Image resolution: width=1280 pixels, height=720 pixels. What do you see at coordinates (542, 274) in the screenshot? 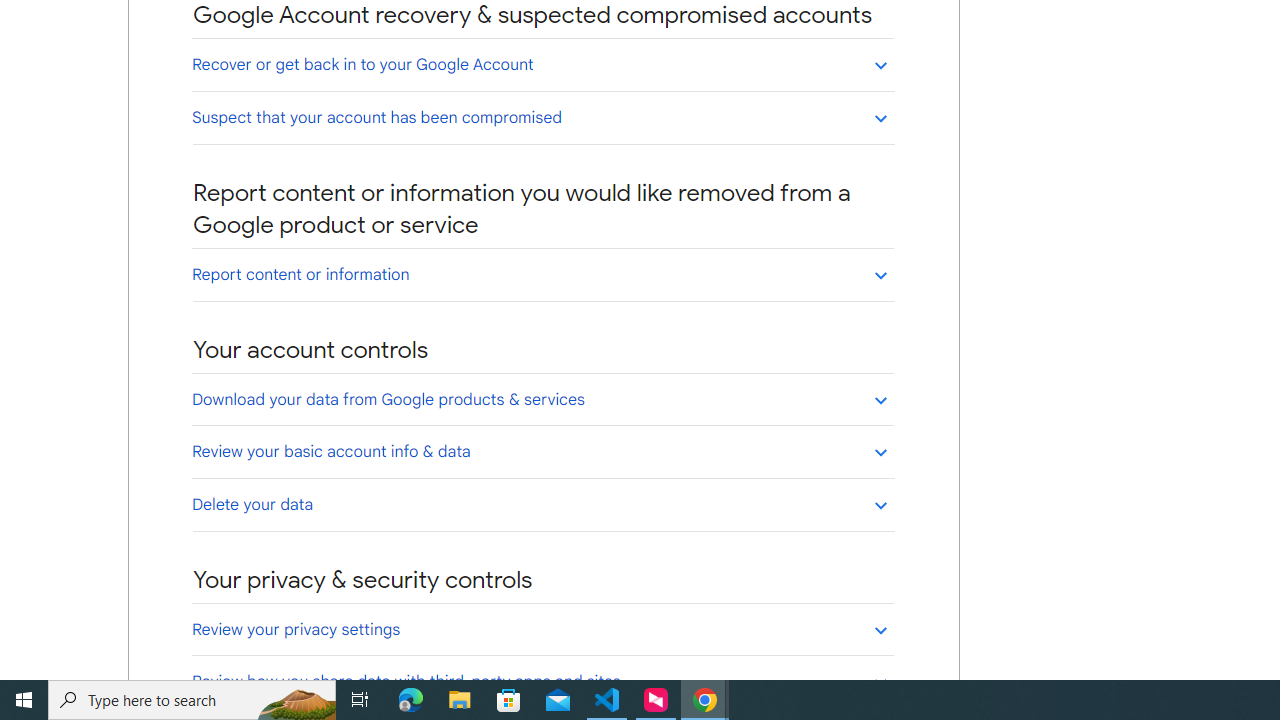
I see `'Report content or information'` at bounding box center [542, 274].